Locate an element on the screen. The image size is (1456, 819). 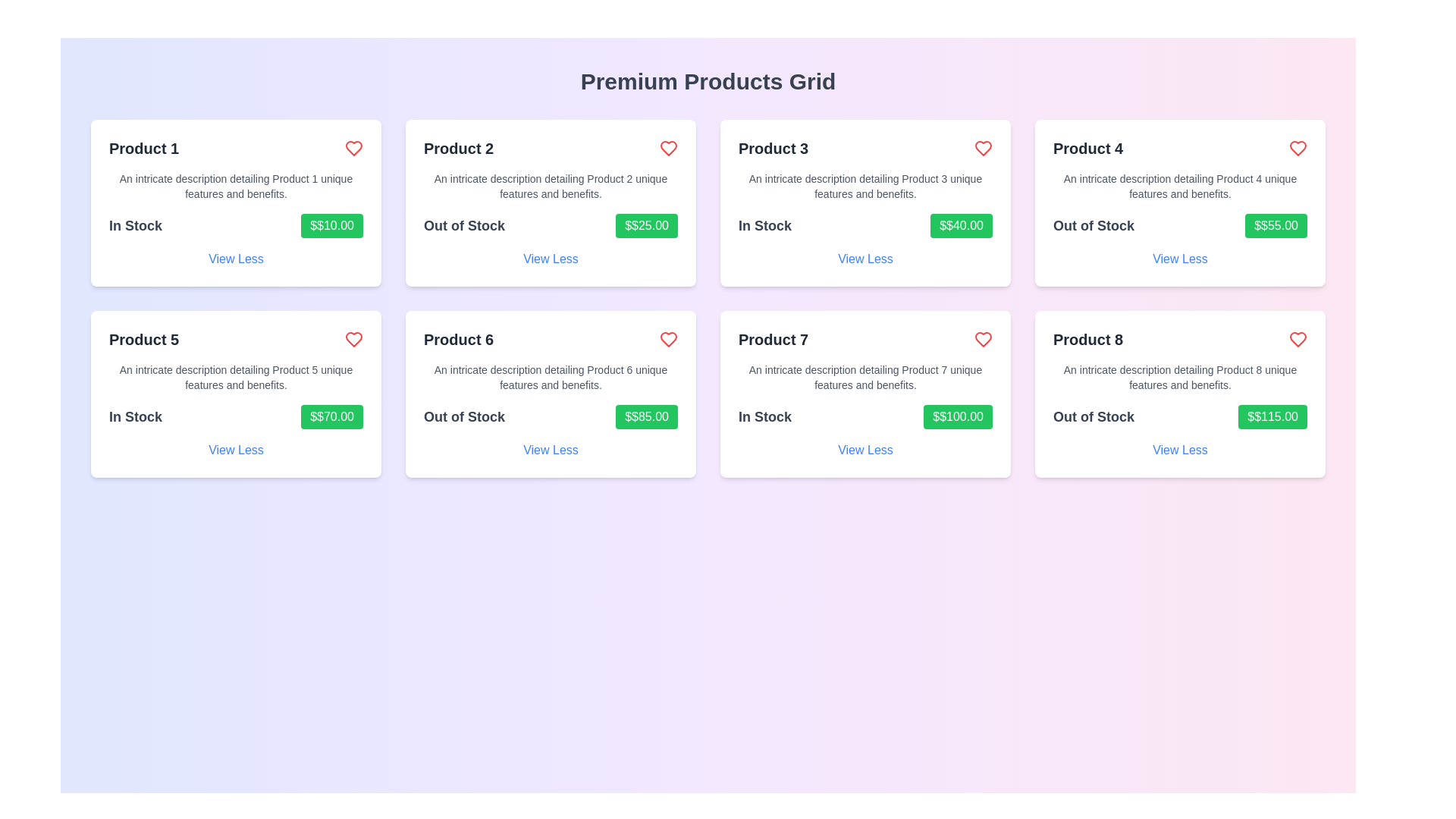
the text label indicating product availability status in the sixth product card from the left is located at coordinates (463, 417).